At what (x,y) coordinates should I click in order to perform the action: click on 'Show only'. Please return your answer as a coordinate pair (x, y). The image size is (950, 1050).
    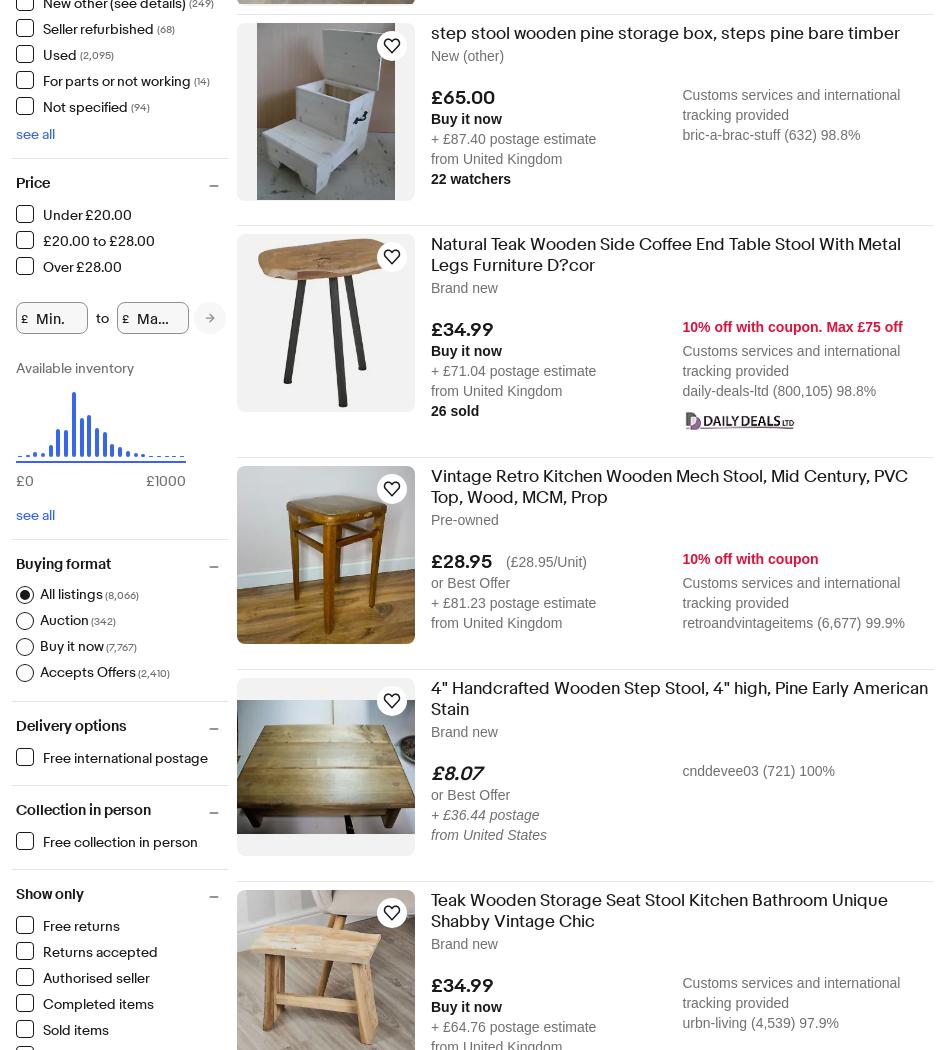
    Looking at the image, I should click on (15, 893).